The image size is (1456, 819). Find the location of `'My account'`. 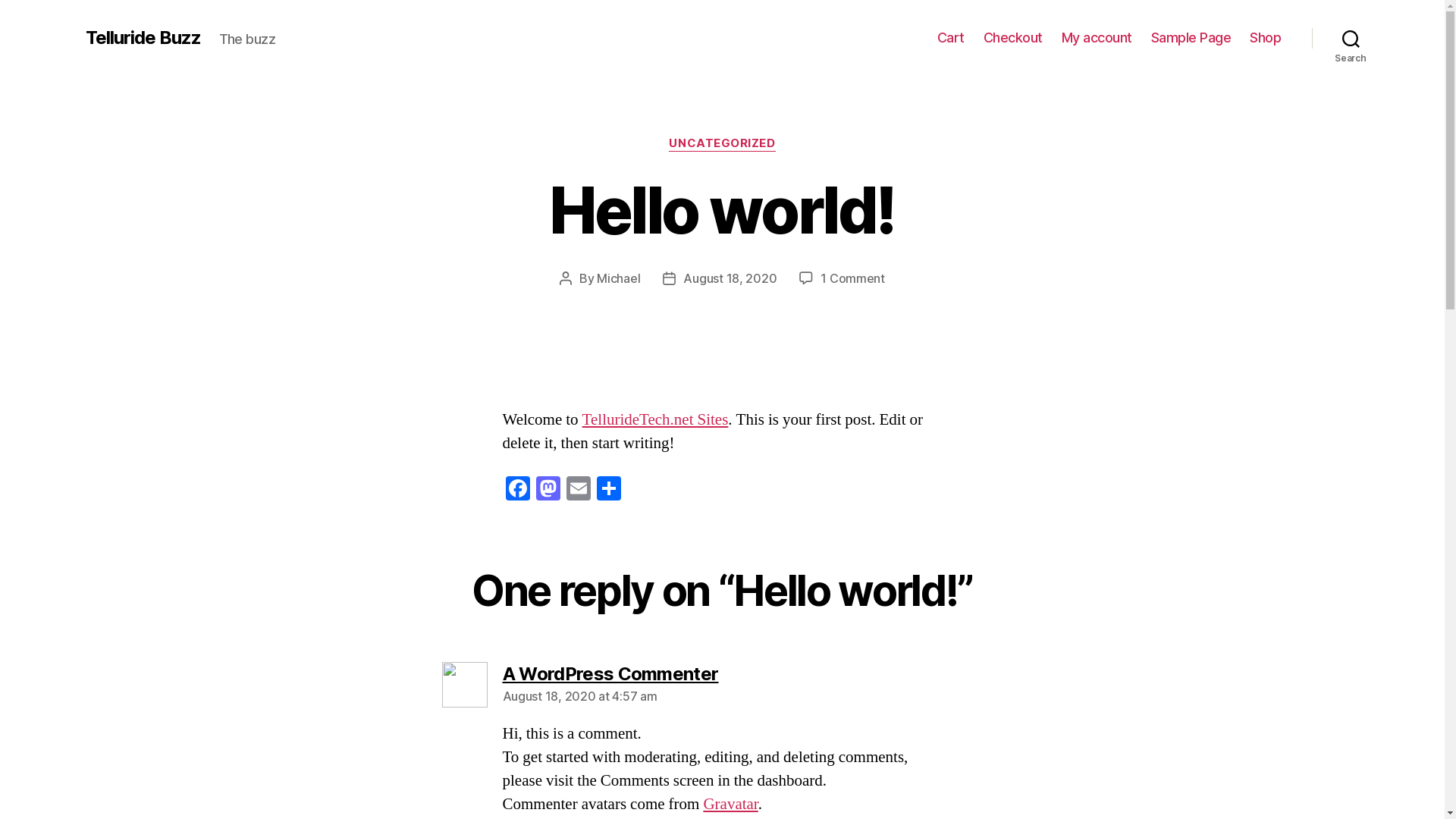

'My account' is located at coordinates (1097, 37).